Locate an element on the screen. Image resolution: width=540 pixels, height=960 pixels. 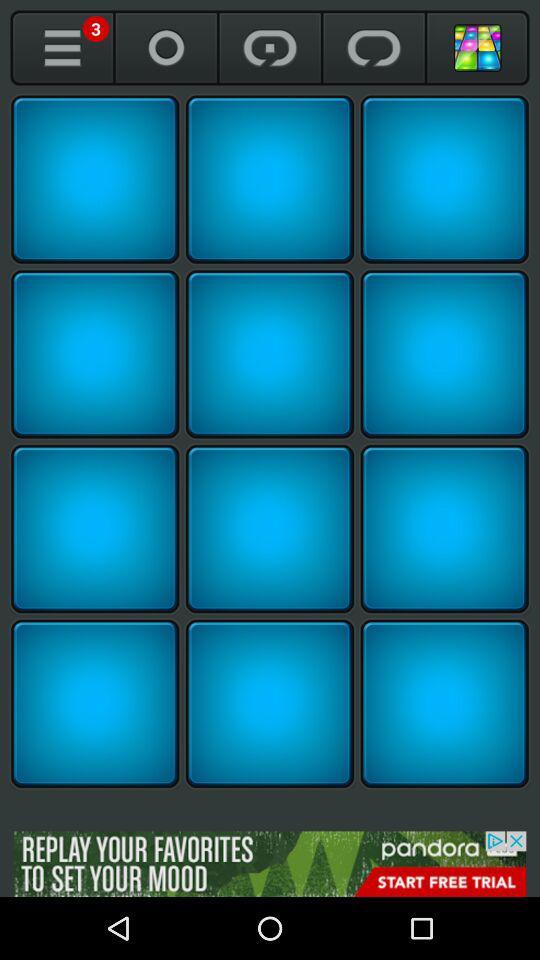
advertisement with link to product or service is located at coordinates (270, 863).